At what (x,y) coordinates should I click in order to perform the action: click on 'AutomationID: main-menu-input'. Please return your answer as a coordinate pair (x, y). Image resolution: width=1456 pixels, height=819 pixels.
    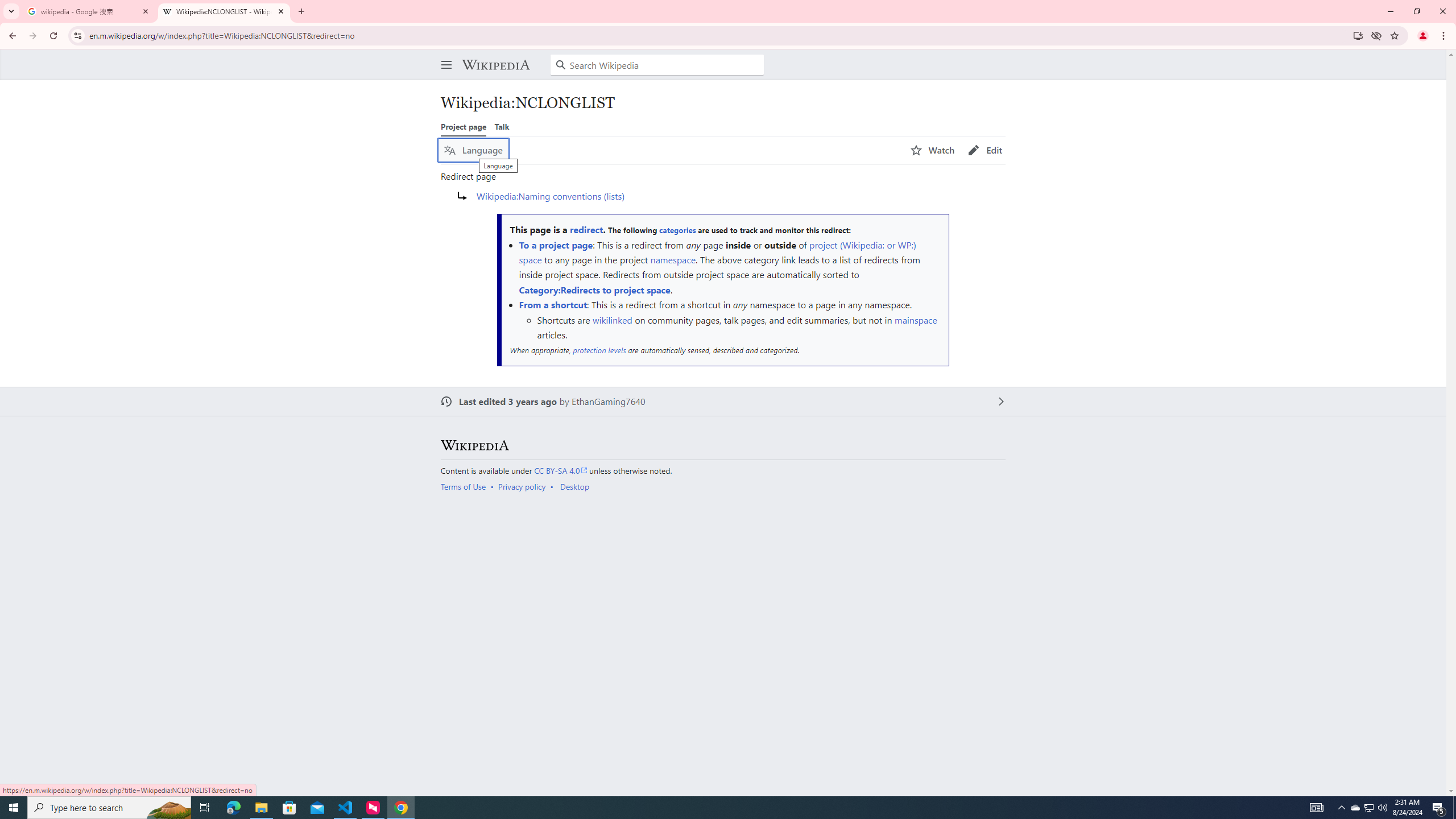
    Looking at the image, I should click on (443, 55).